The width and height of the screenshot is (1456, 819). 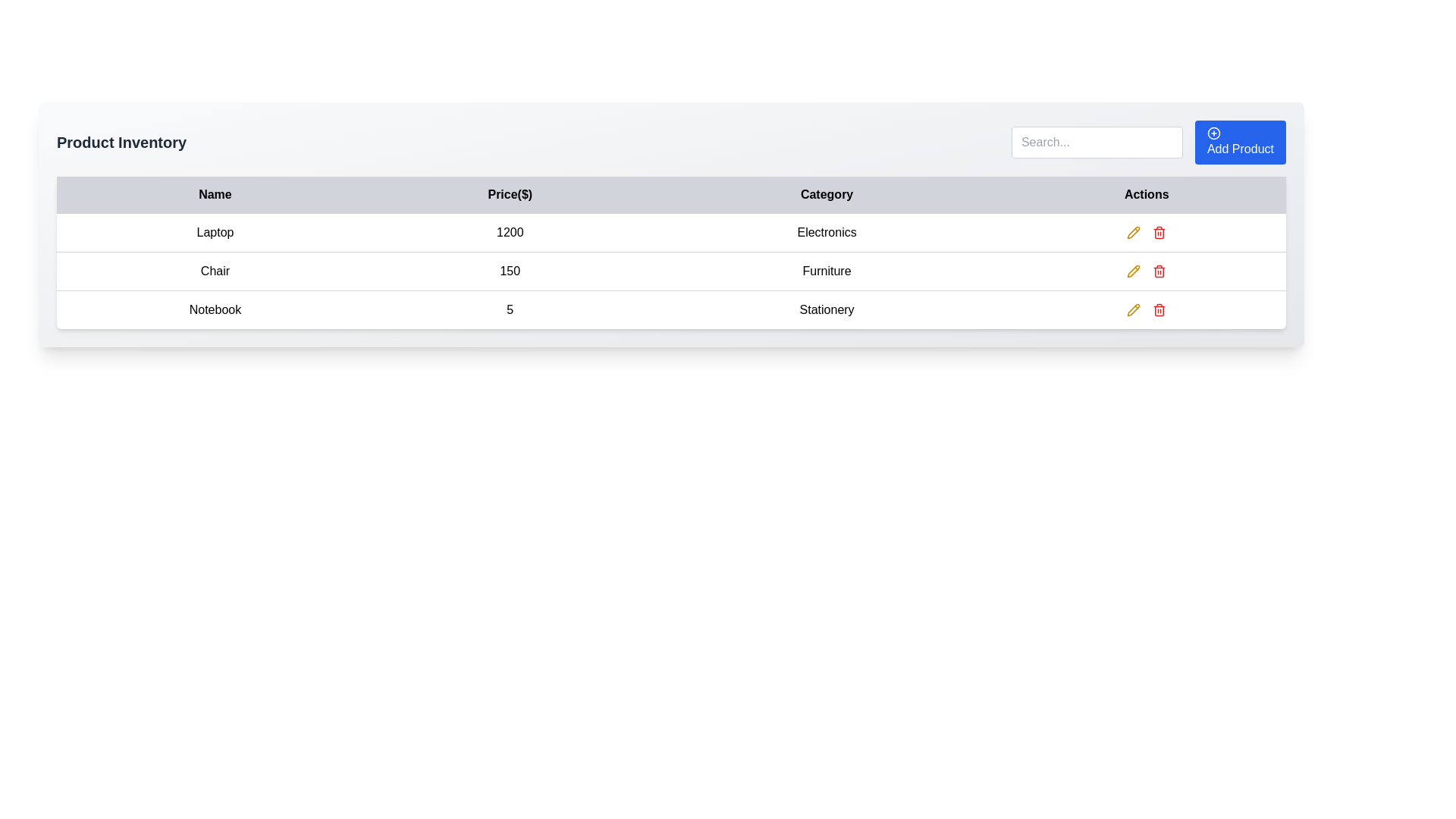 What do you see at coordinates (826, 194) in the screenshot?
I see `the text label reading 'Category', which is the third column header in the table header row, positioned between 'Price($)' and 'Actions'` at bounding box center [826, 194].